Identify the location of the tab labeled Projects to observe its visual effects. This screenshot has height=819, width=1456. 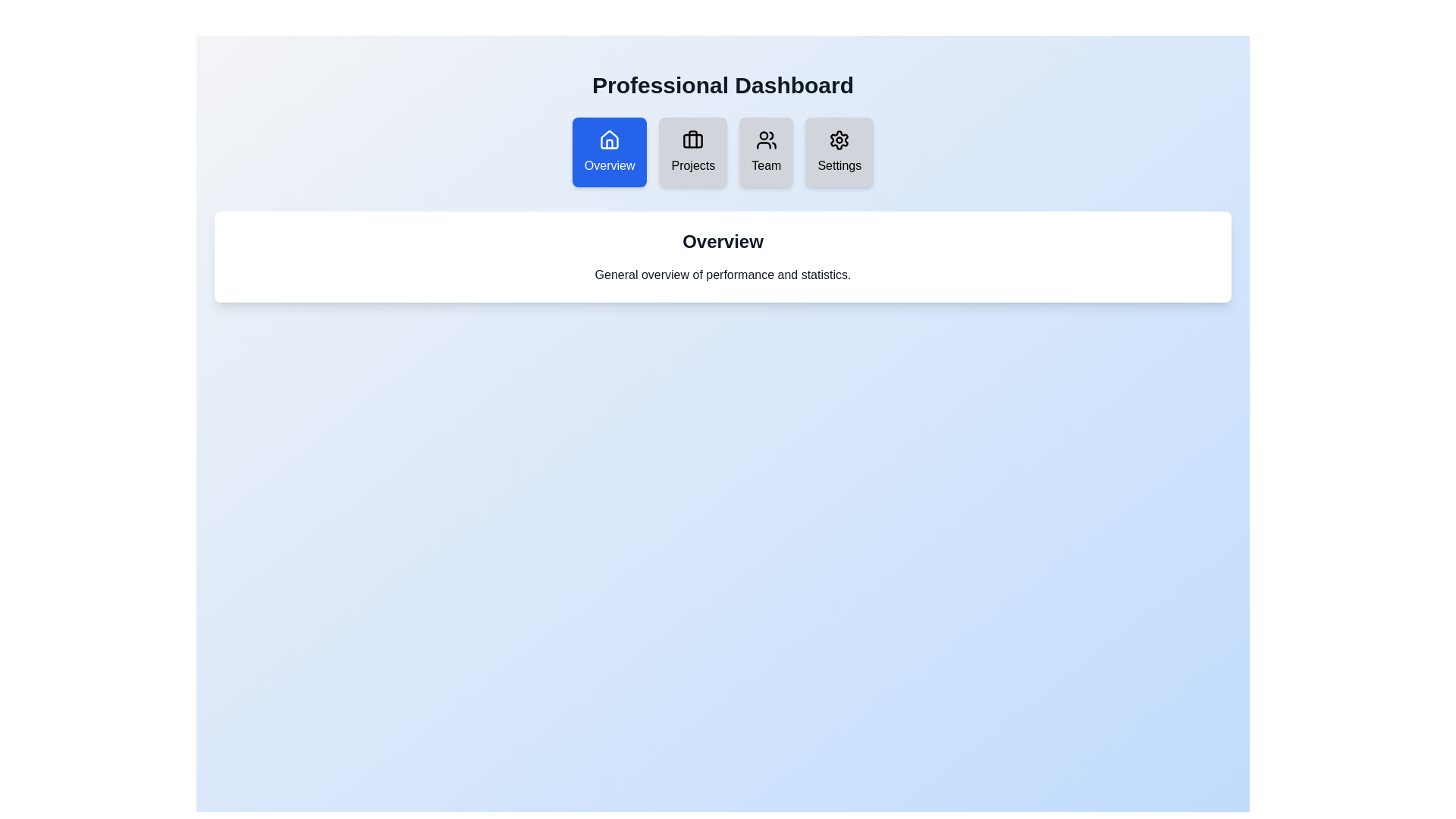
(692, 152).